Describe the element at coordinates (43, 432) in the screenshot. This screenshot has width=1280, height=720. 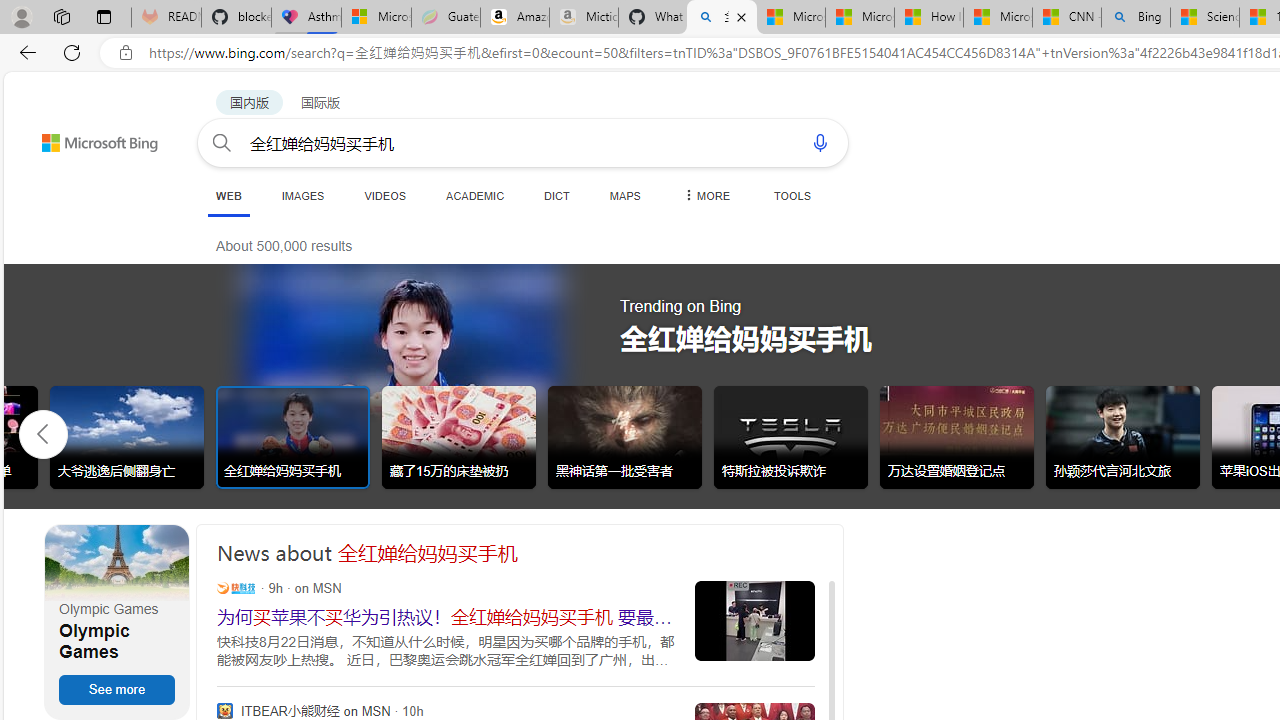
I see `'AutomationID: tob_left_arrow'` at that location.